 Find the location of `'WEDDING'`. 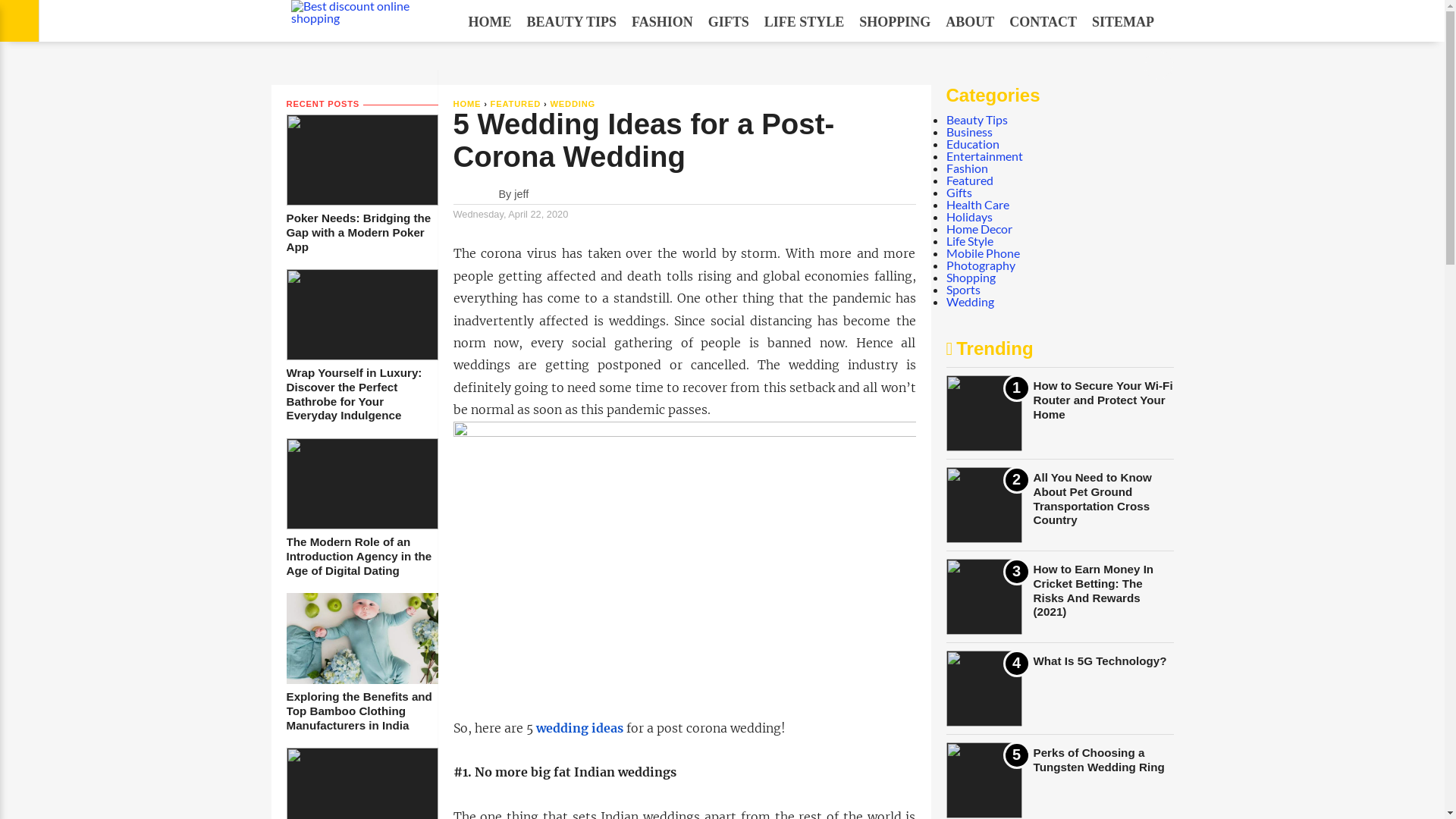

'WEDDING' is located at coordinates (571, 103).